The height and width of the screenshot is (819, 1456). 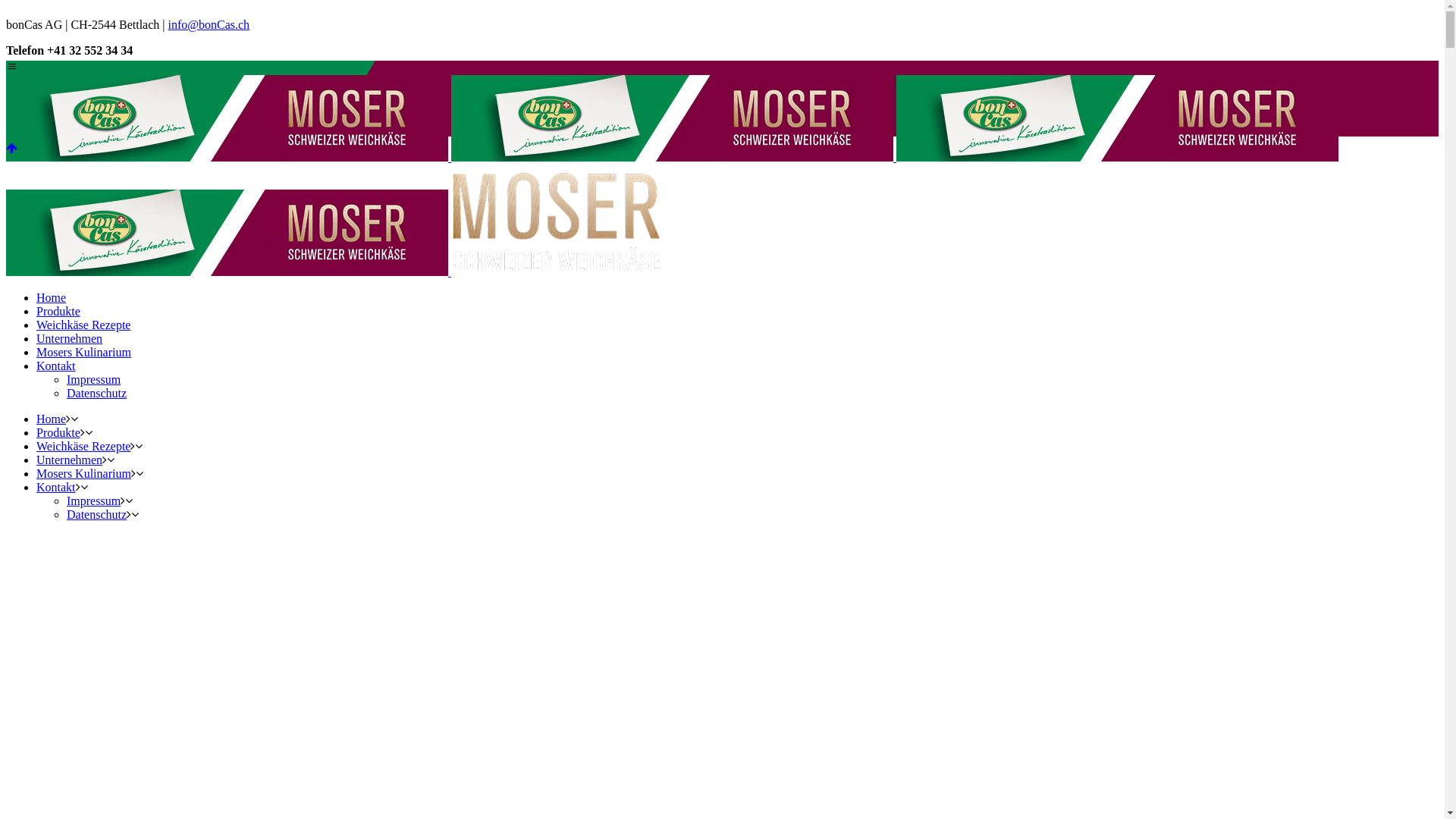 What do you see at coordinates (68, 337) in the screenshot?
I see `'Unternehmen'` at bounding box center [68, 337].